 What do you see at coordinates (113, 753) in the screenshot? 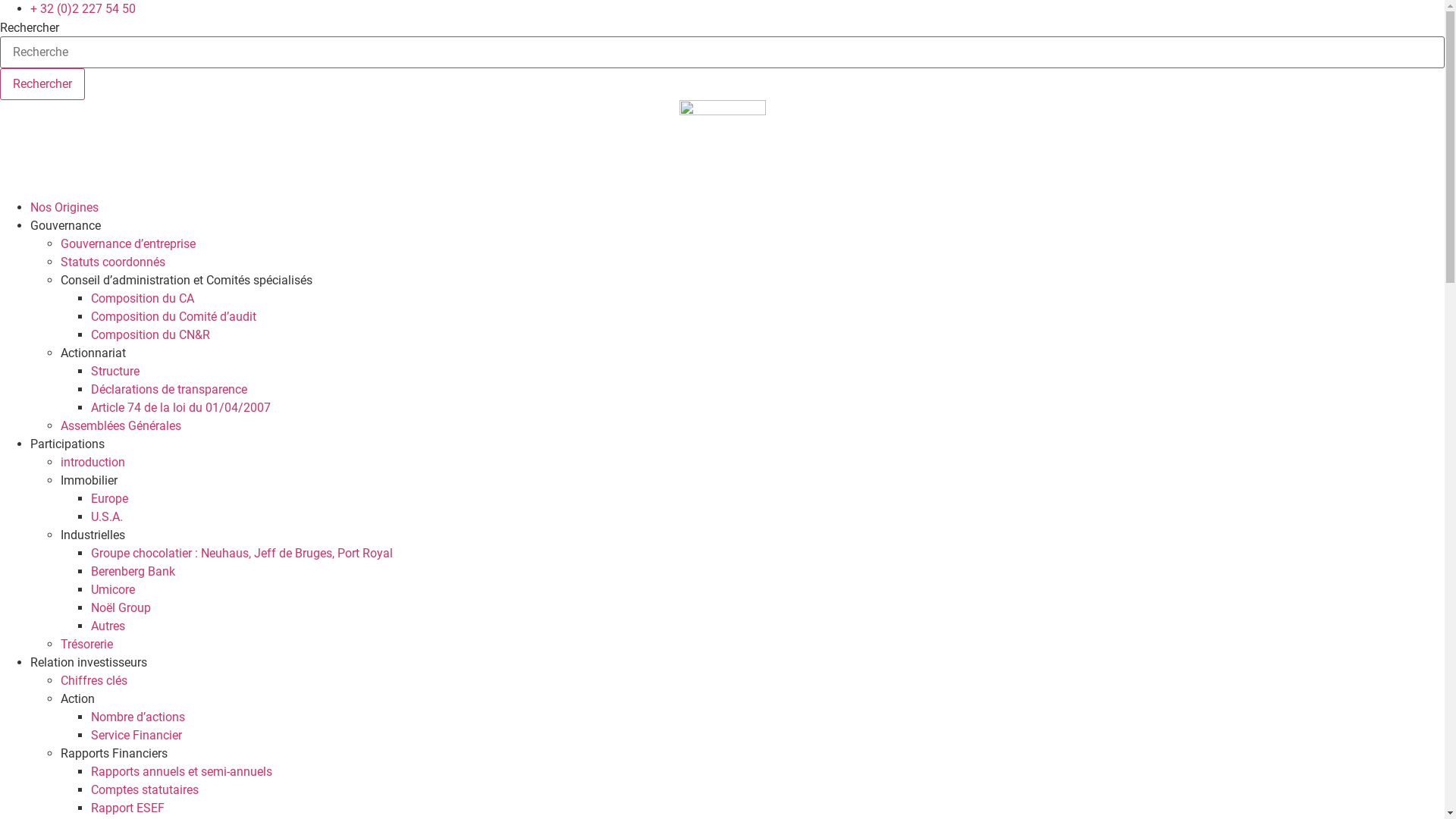
I see `'Rapports Financiers'` at bounding box center [113, 753].